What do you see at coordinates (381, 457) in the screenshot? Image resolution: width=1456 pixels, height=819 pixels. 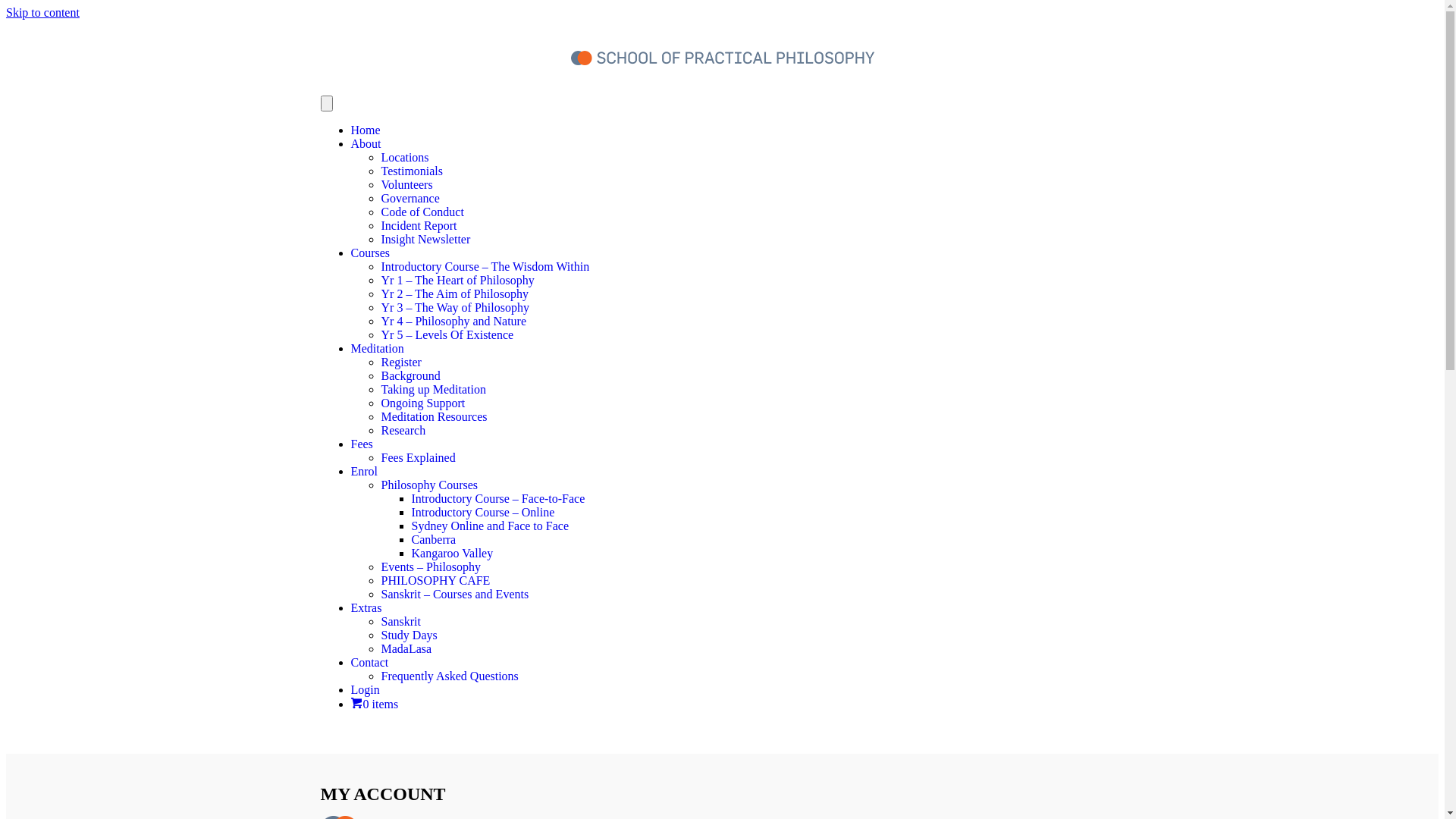 I see `'Fees Explained'` at bounding box center [381, 457].